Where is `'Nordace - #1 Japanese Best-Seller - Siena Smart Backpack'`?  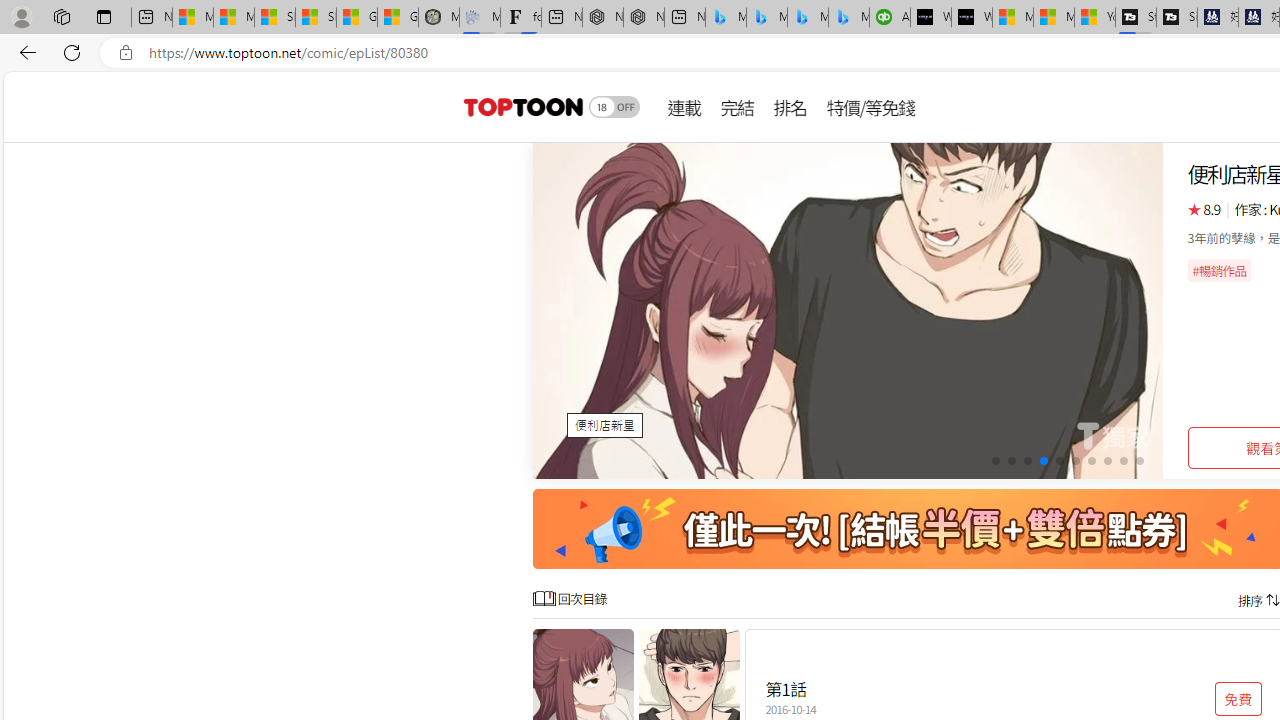 'Nordace - #1 Japanese Best-Seller - Siena Smart Backpack' is located at coordinates (643, 17).